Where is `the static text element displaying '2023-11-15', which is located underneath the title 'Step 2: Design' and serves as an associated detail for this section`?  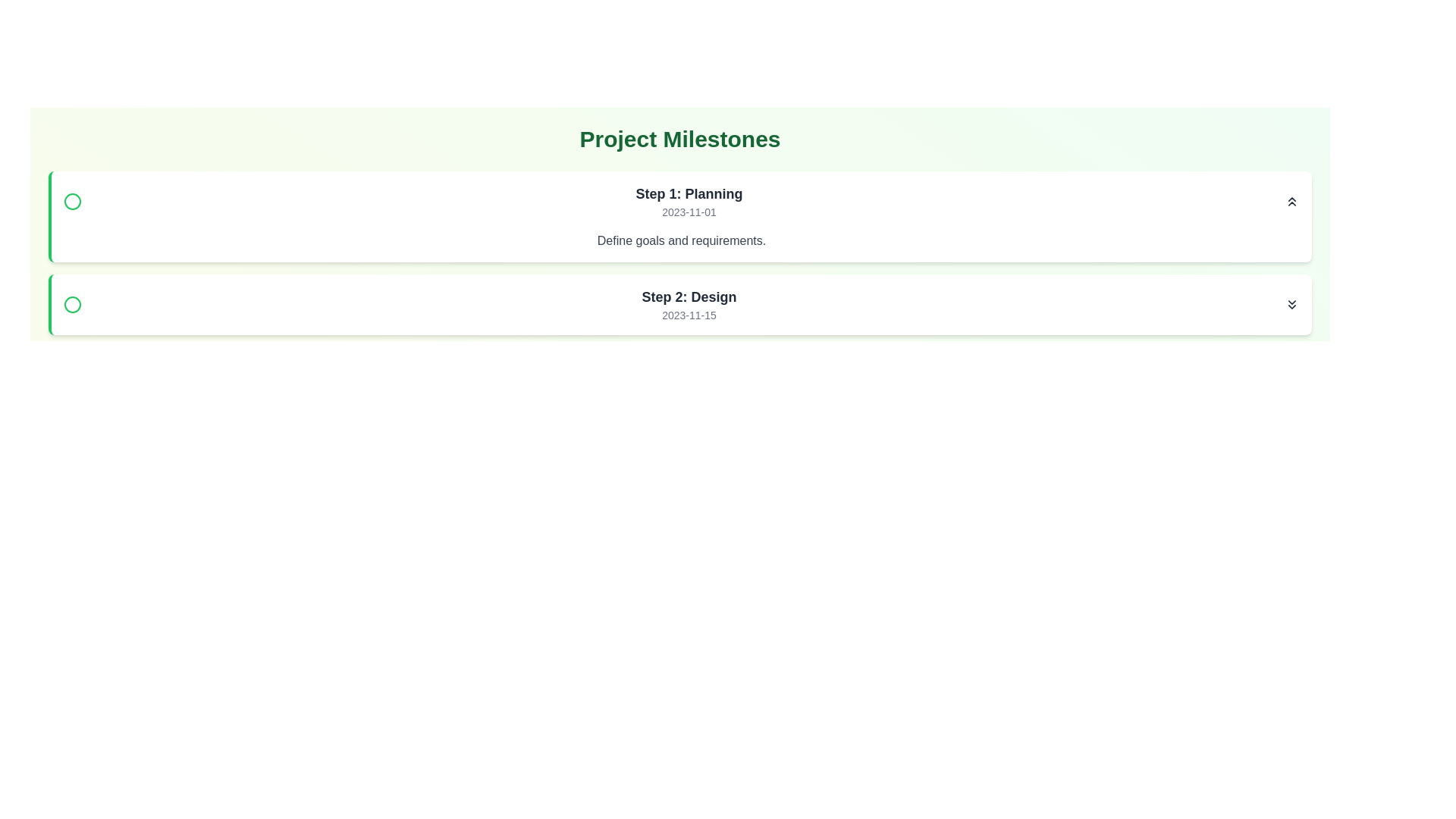 the static text element displaying '2023-11-15', which is located underneath the title 'Step 2: Design' and serves as an associated detail for this section is located at coordinates (688, 315).